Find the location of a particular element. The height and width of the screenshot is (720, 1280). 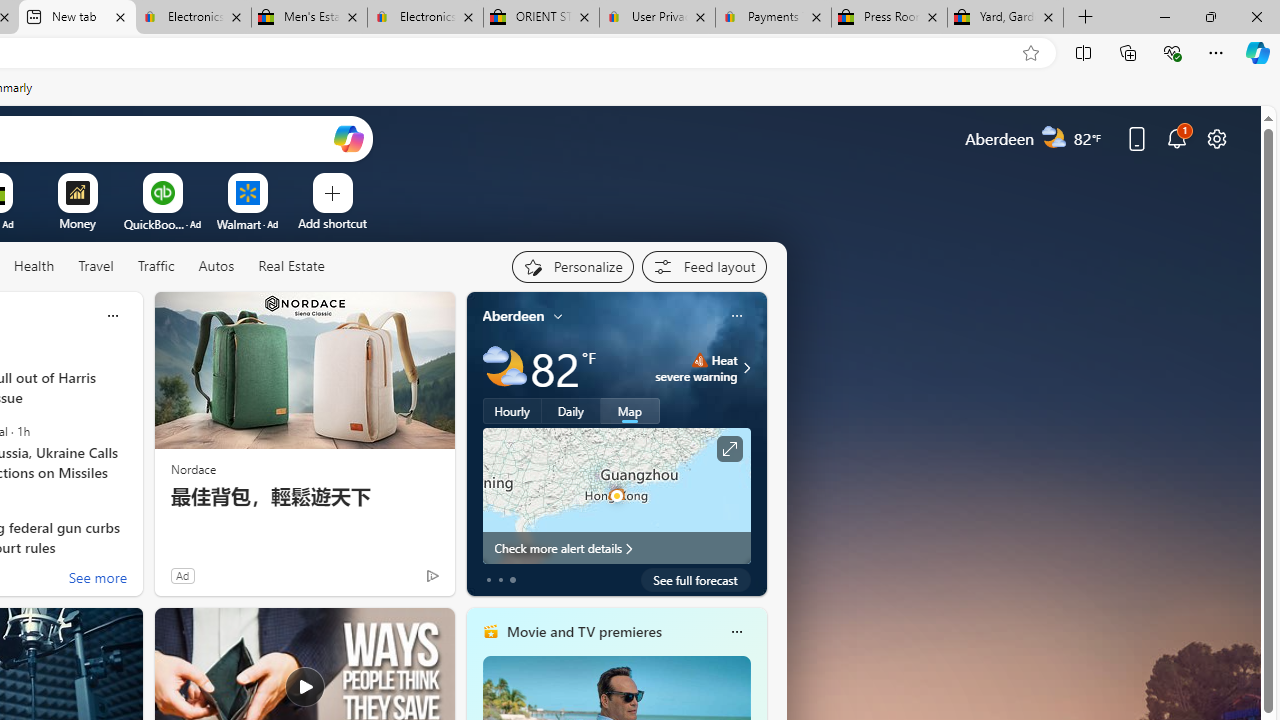

'tab-1' is located at coordinates (500, 579).